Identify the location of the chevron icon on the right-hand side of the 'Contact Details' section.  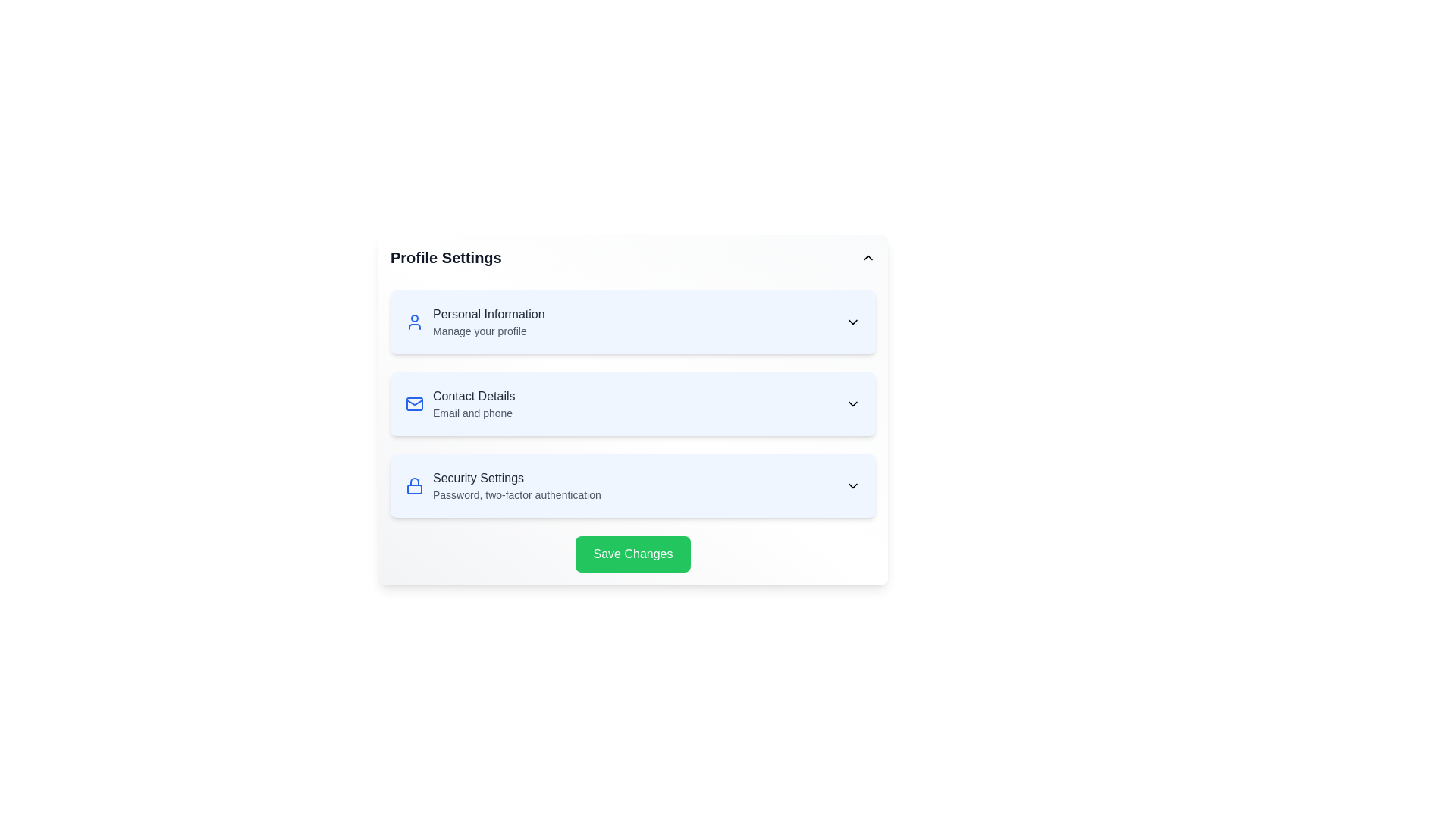
(852, 403).